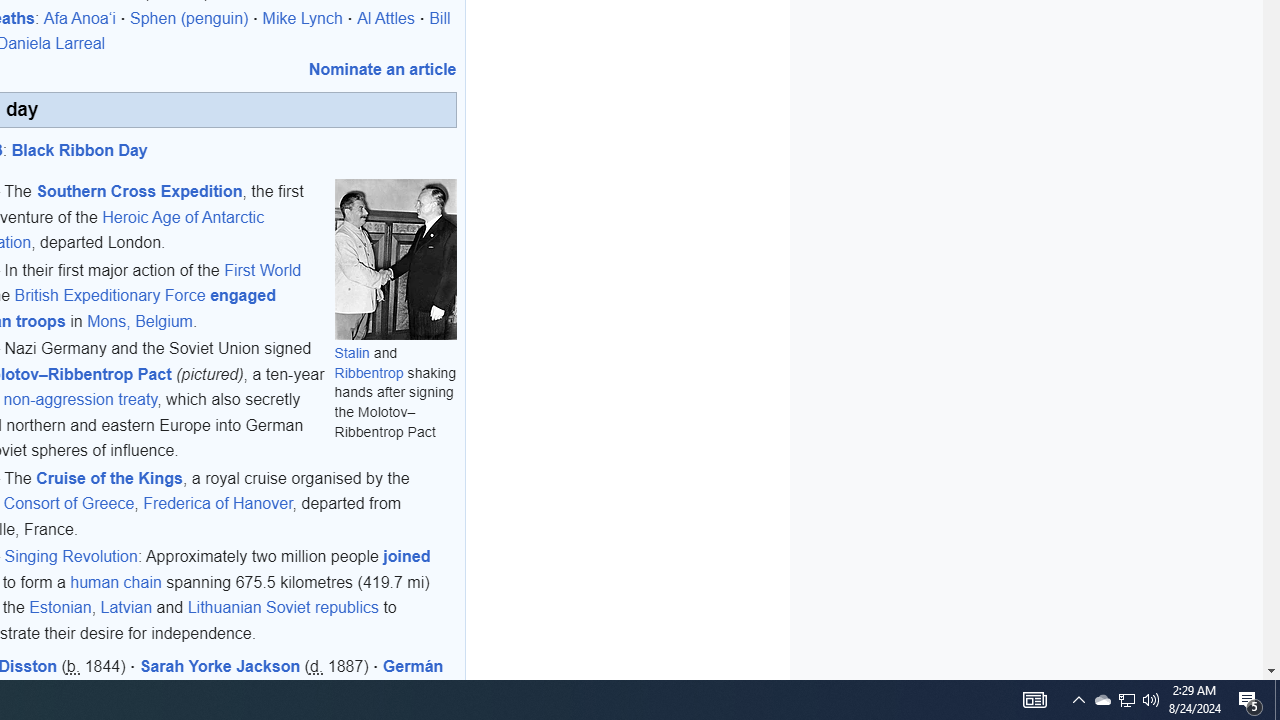 This screenshot has width=1280, height=720. Describe the element at coordinates (71, 556) in the screenshot. I see `'Singing Revolution'` at that location.